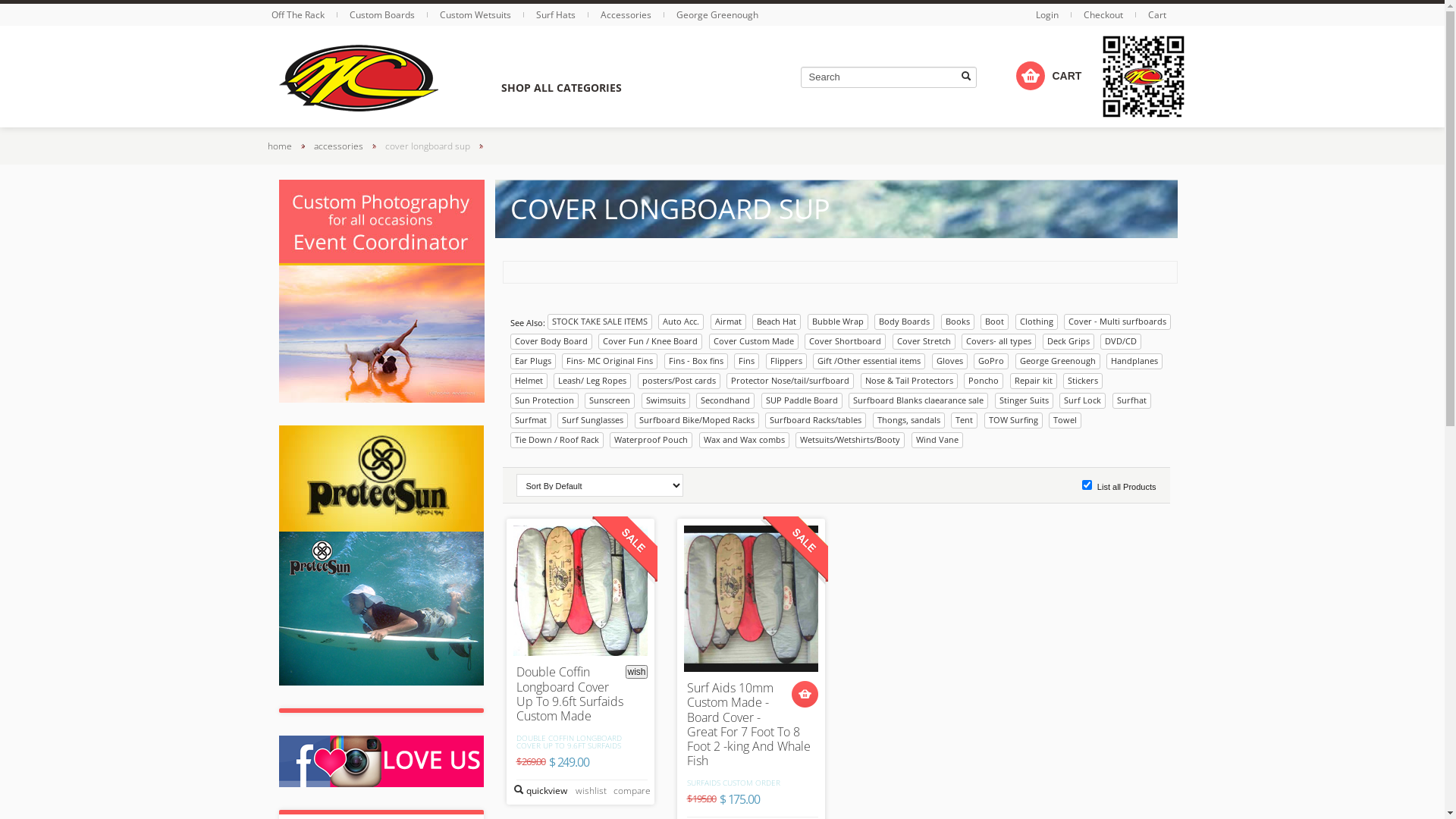 This screenshot has height=819, width=1456. I want to click on 'Towel', so click(1064, 420).